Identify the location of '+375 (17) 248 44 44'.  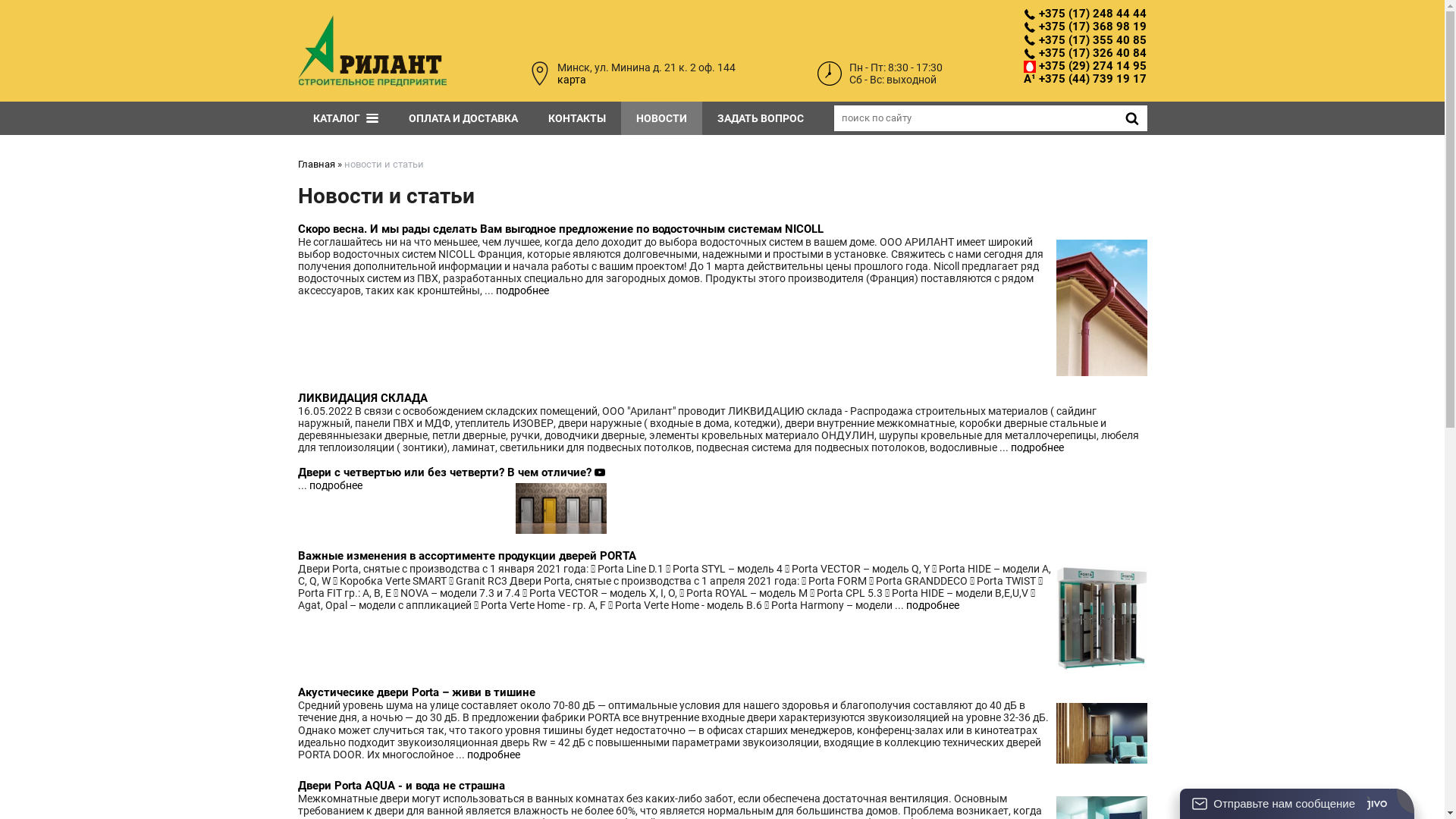
(1023, 14).